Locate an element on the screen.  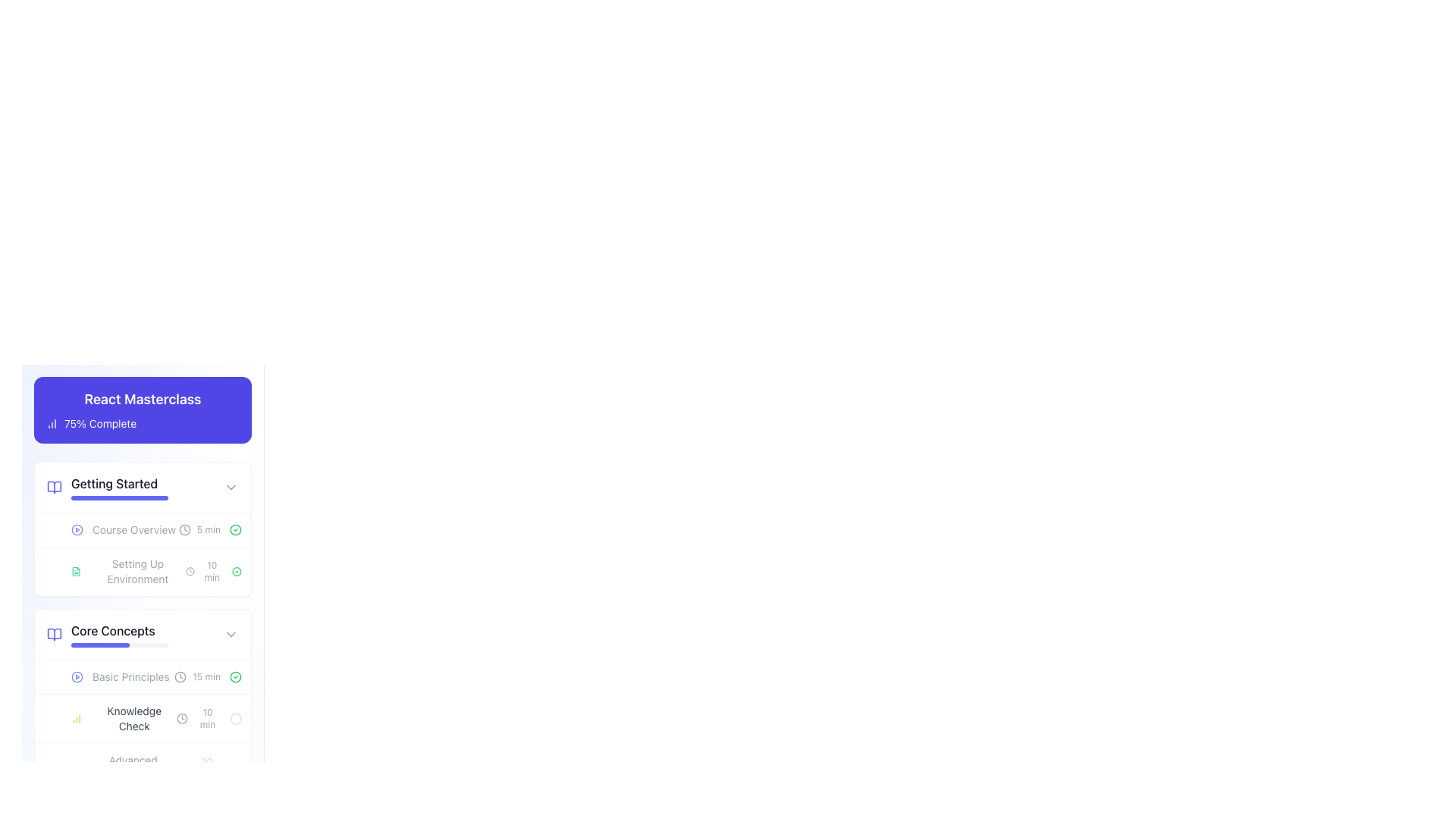
the open book icon colored in light indigo located in the sidebar card labeled 'Core Concepts', positioned to the left of the 'Core Concepts' text label is located at coordinates (55, 635).